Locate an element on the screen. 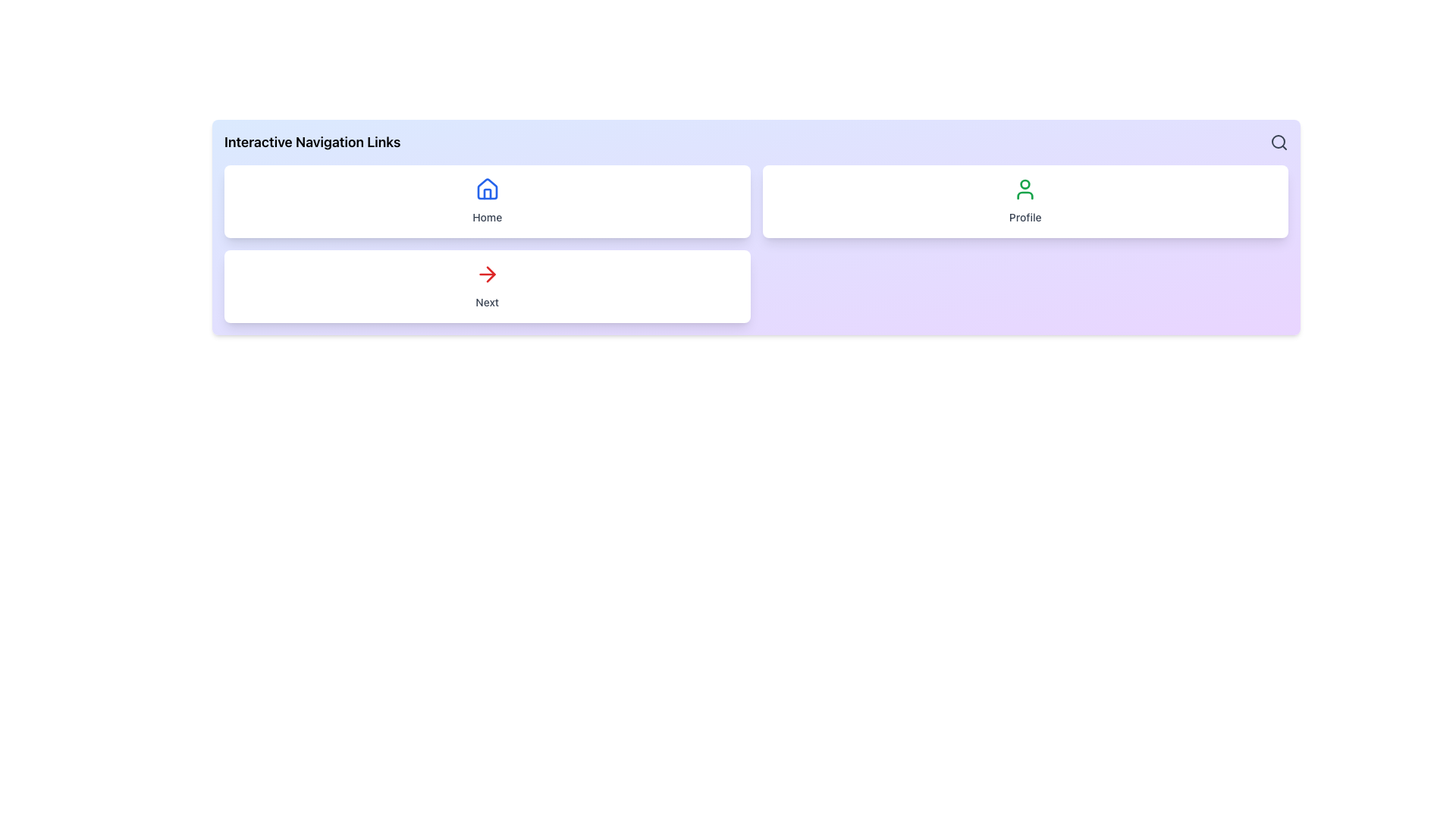  the 'Home' text label, which is a decorative element indicating the main navigation section, located within a white card in the top-left section of the interface is located at coordinates (487, 217).